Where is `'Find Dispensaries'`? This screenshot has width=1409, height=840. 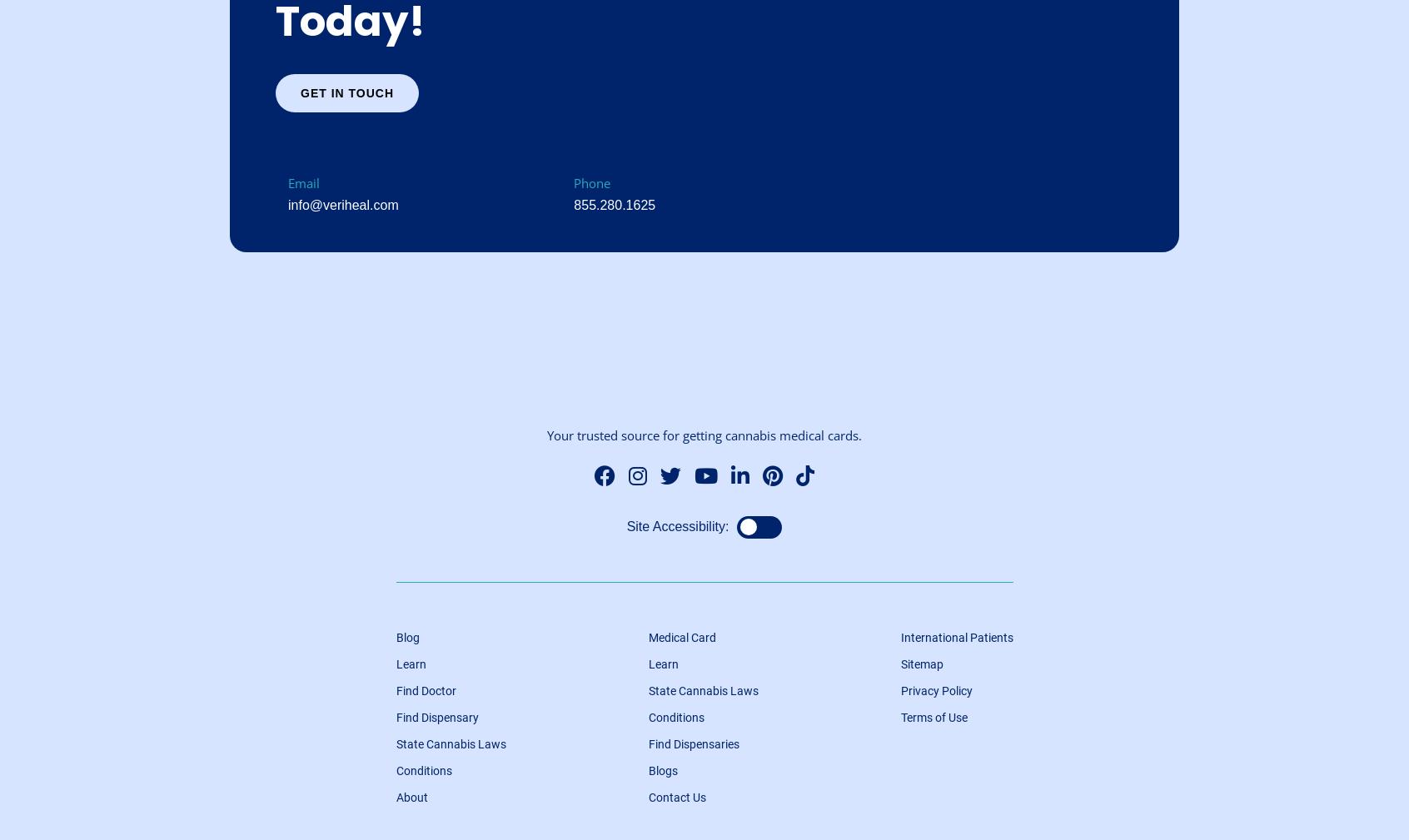 'Find Dispensaries' is located at coordinates (693, 743).